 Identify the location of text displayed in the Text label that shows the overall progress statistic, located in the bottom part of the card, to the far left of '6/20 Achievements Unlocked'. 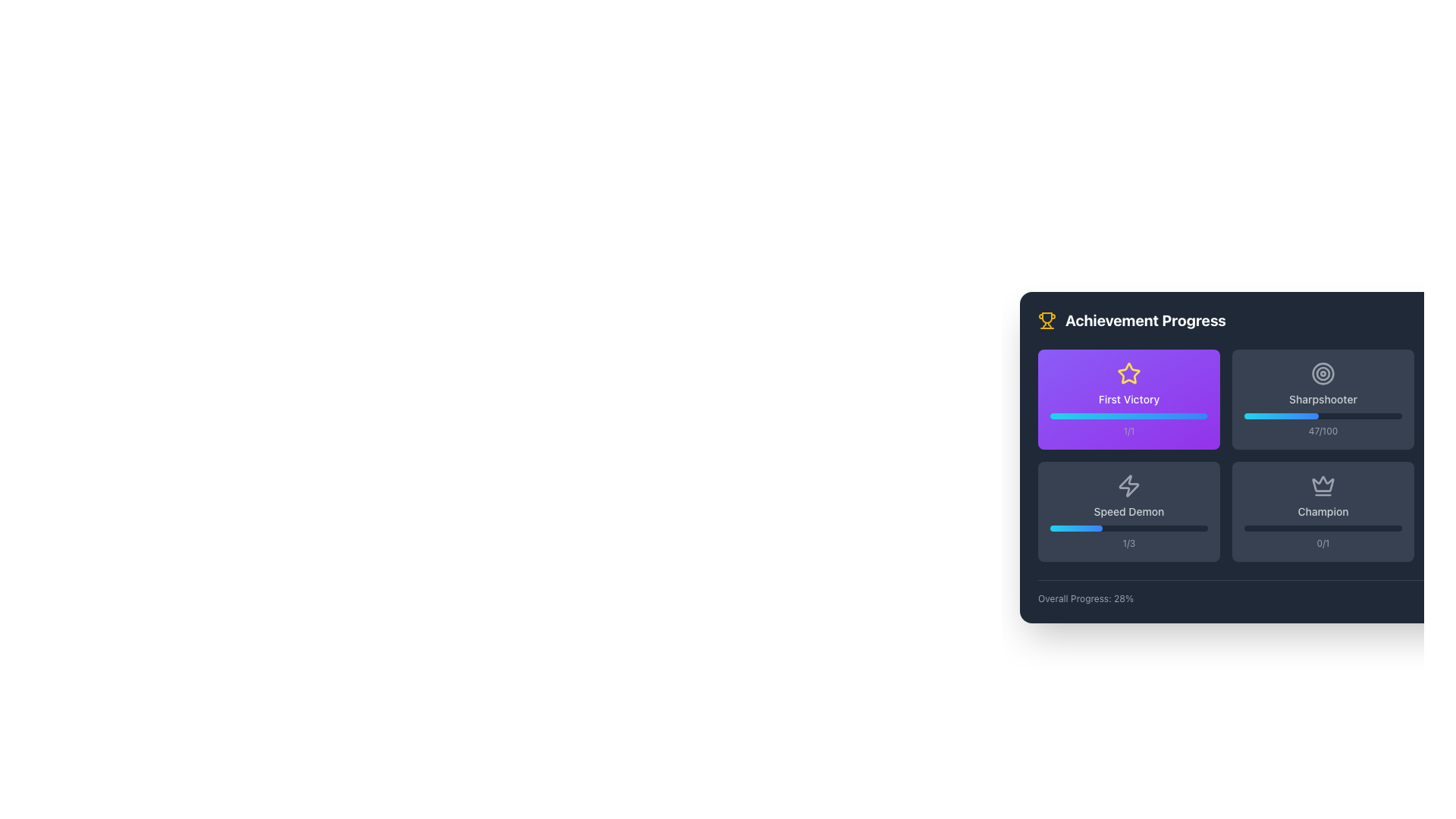
(1085, 598).